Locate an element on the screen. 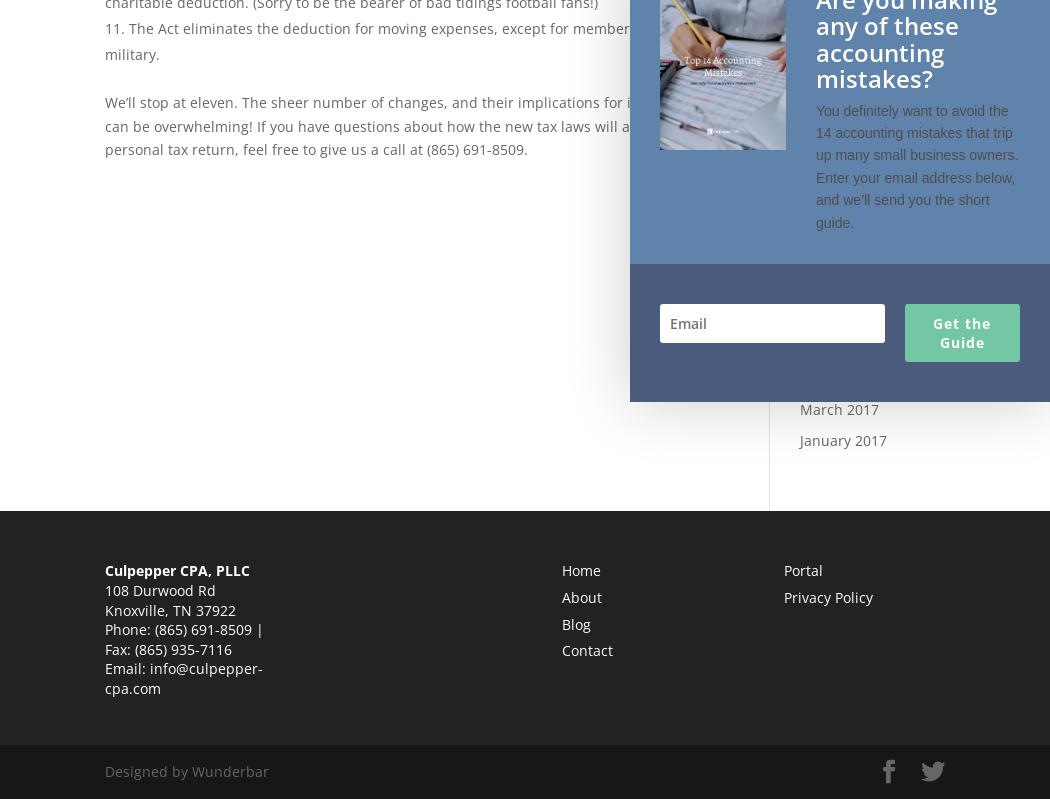 This screenshot has width=1050, height=799. 'April 2018' is located at coordinates (798, 132).